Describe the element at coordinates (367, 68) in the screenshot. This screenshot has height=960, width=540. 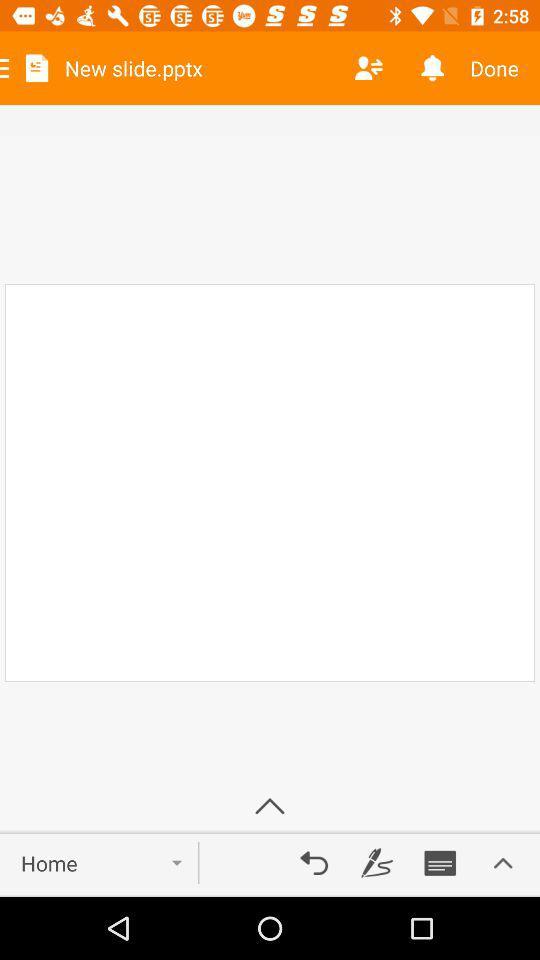
I see `the item next to new slide.pptx item` at that location.